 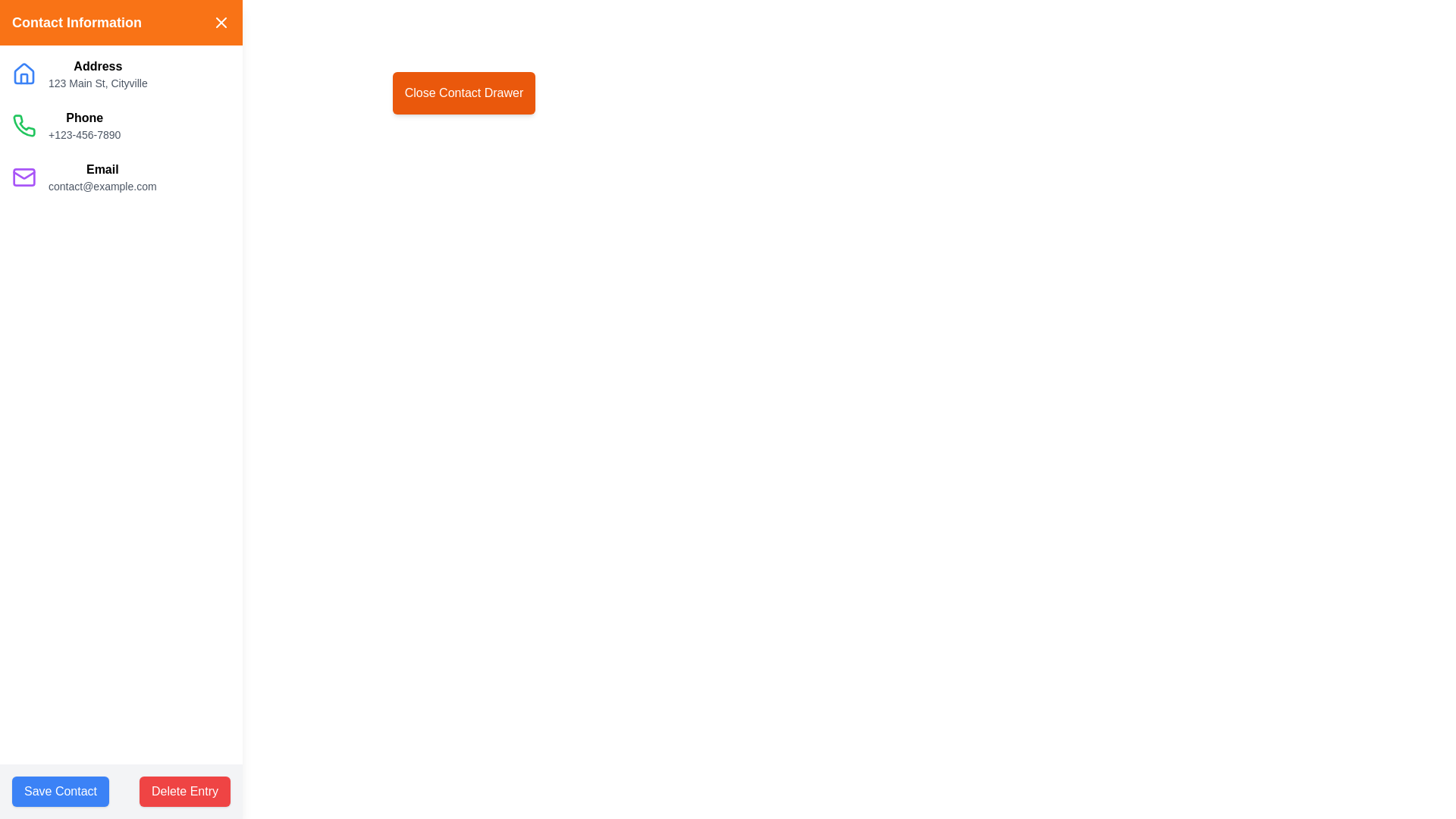 I want to click on the 'Address' text display element, which shows '123 Main St, Cityville', so click(x=97, y=74).